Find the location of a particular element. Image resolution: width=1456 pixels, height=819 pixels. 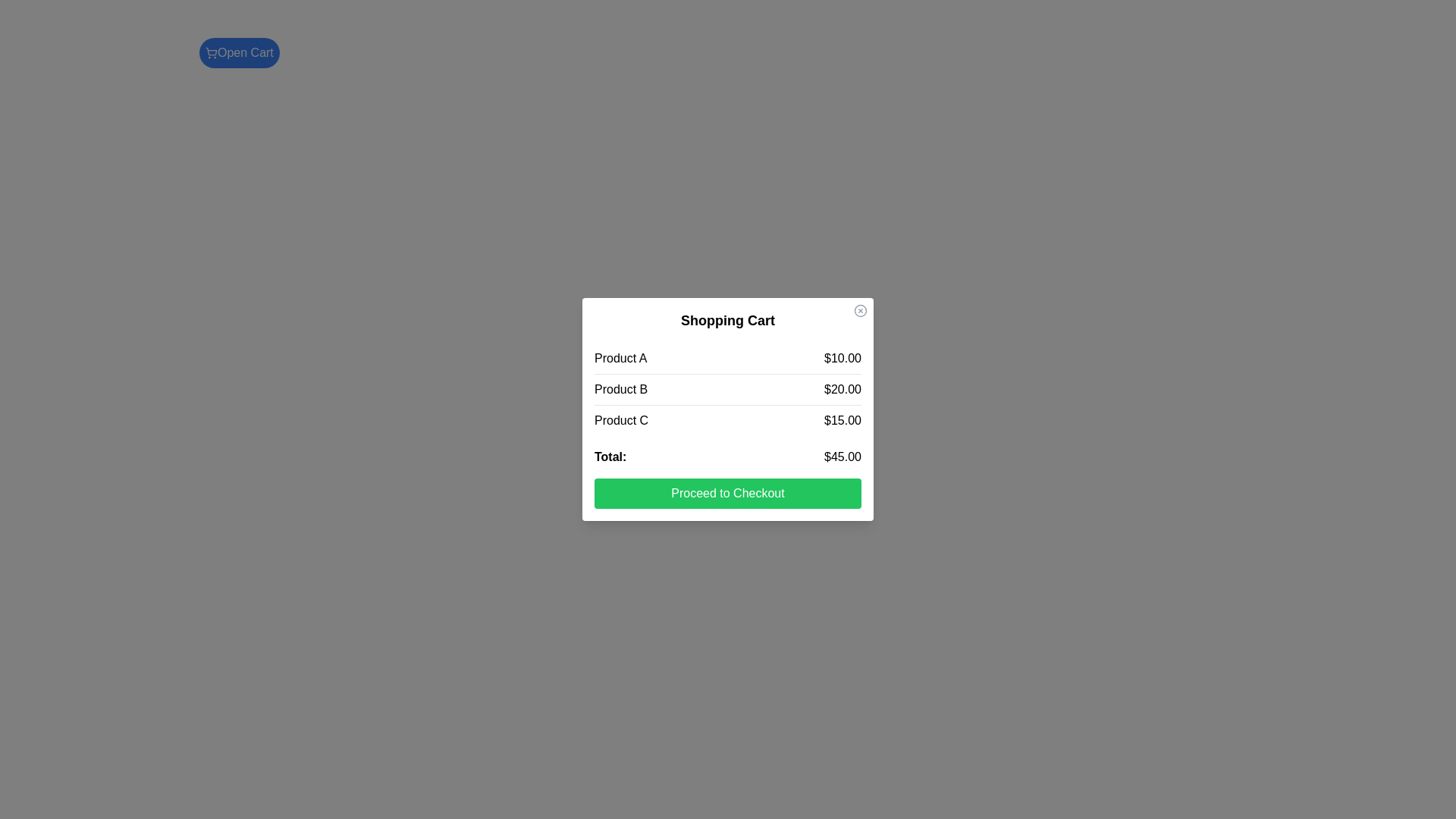

the static textual label indicating the overall total amount, located just above the green 'Proceed to Checkout' button and to the left of the monetary value '$45.00' is located at coordinates (610, 456).